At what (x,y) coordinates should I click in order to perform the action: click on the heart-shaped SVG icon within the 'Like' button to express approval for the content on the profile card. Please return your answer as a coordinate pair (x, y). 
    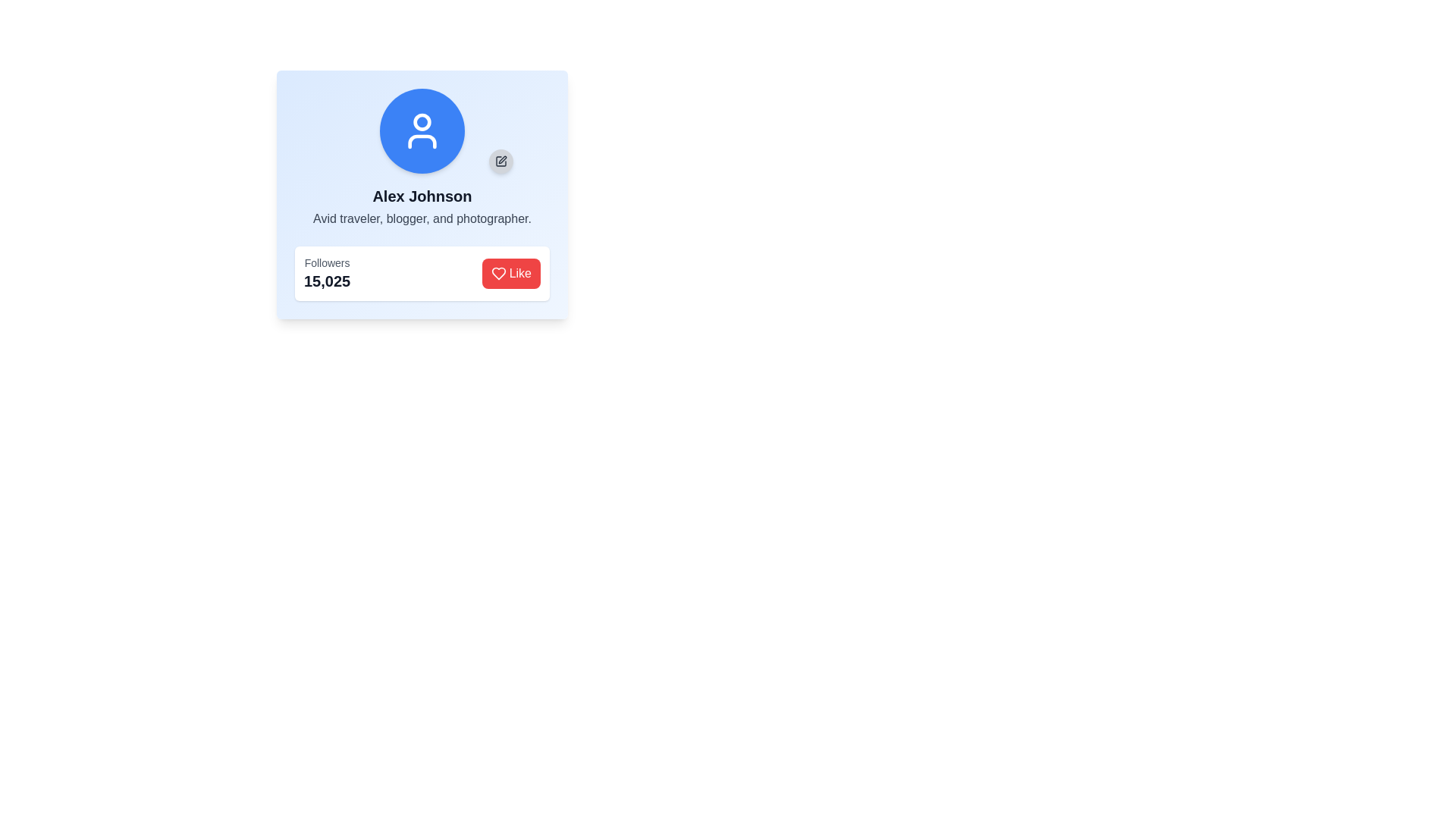
    Looking at the image, I should click on (498, 274).